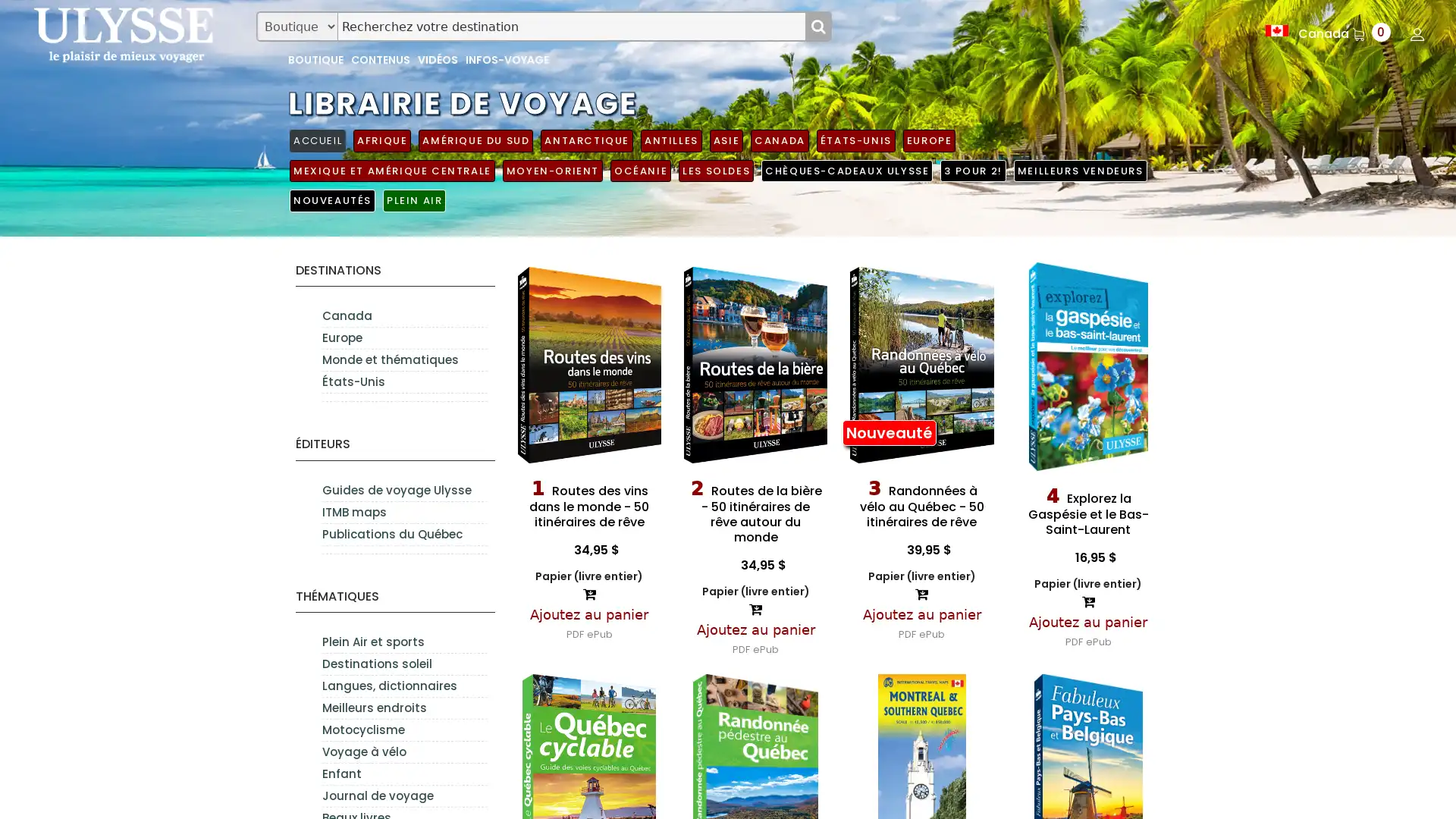 Image resolution: width=1456 pixels, height=819 pixels. What do you see at coordinates (920, 613) in the screenshot?
I see `Ajoutez au panier` at bounding box center [920, 613].